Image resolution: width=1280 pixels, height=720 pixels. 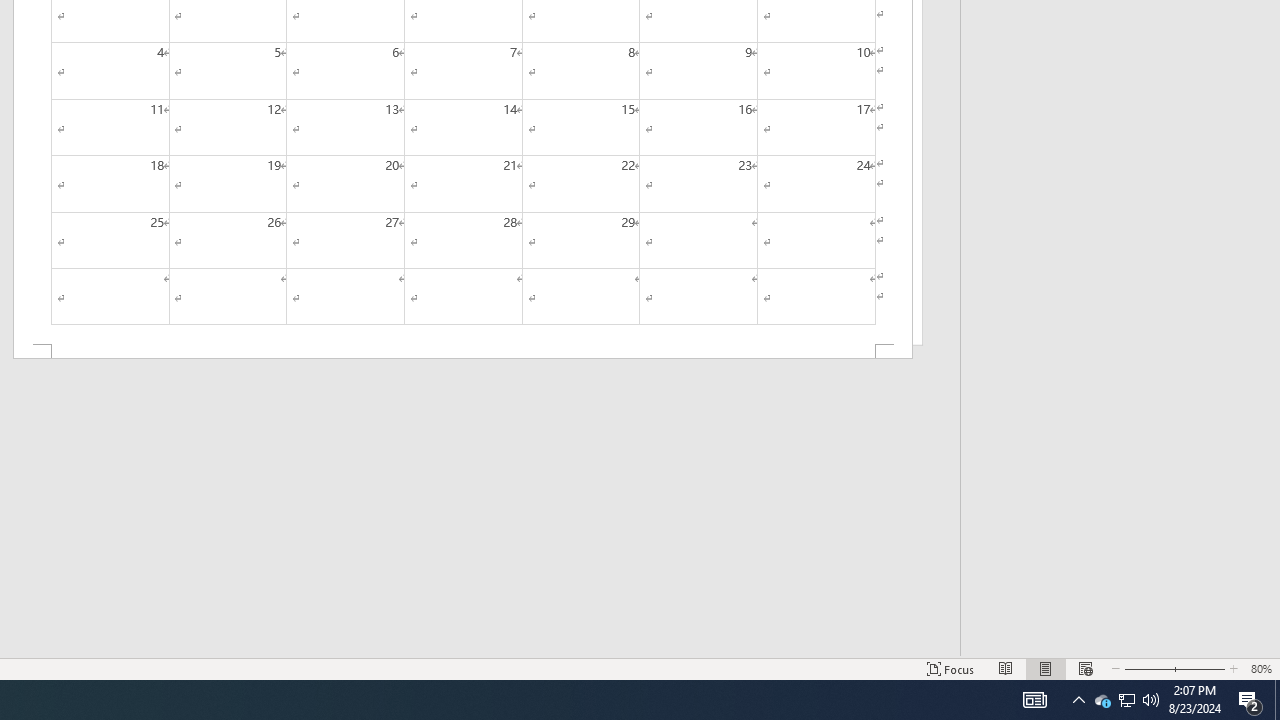 I want to click on 'Print Layout', so click(x=1045, y=669).